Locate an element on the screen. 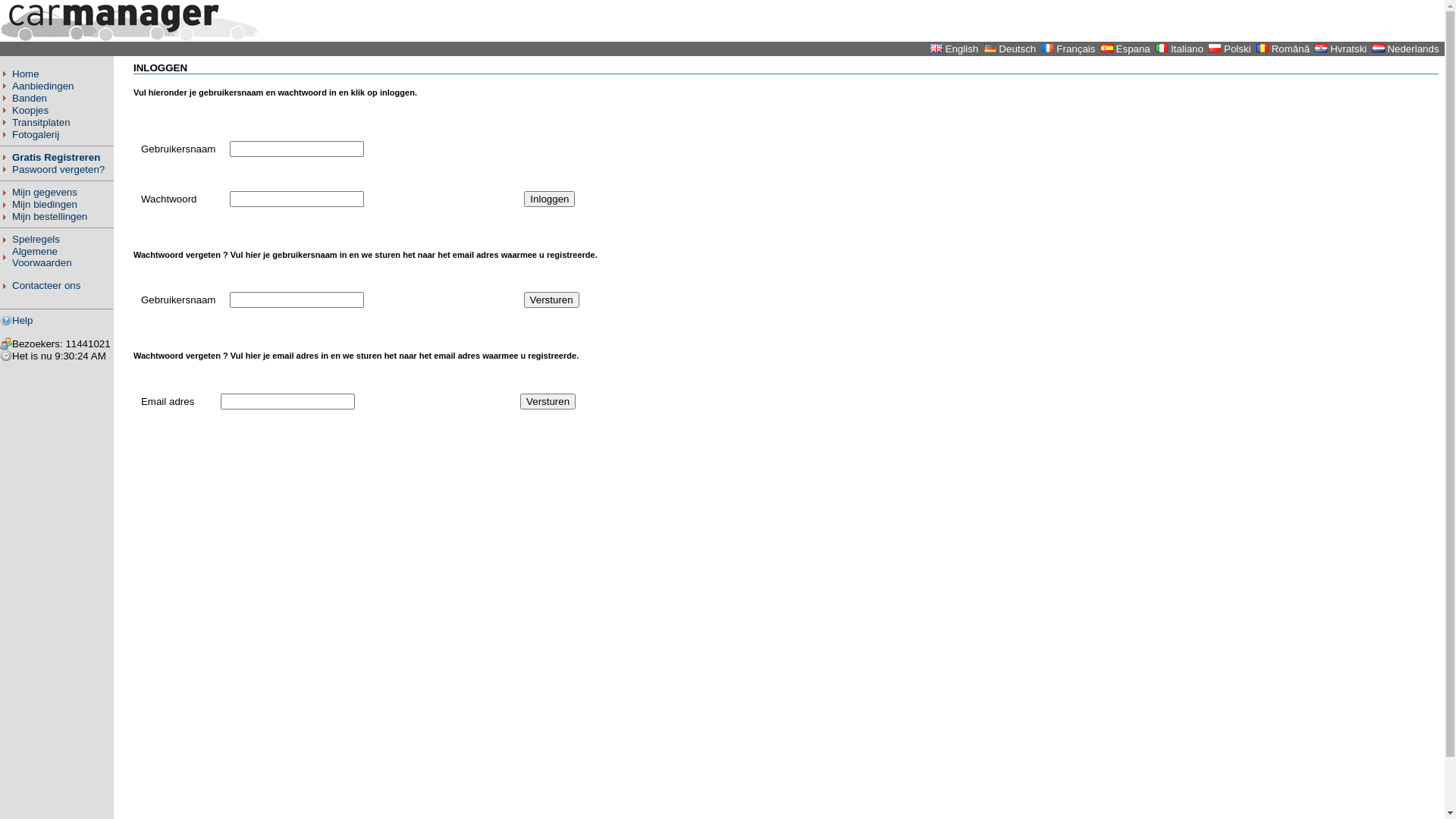  'Hvratski' is located at coordinates (1329, 48).